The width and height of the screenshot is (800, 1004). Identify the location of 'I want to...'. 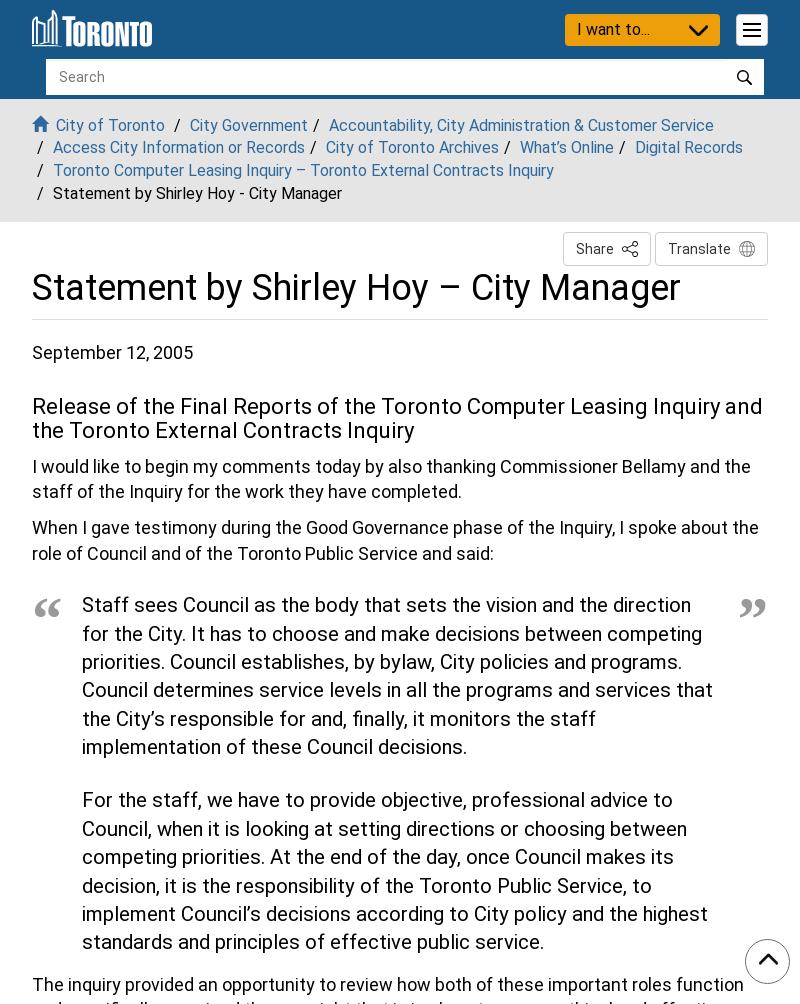
(612, 28).